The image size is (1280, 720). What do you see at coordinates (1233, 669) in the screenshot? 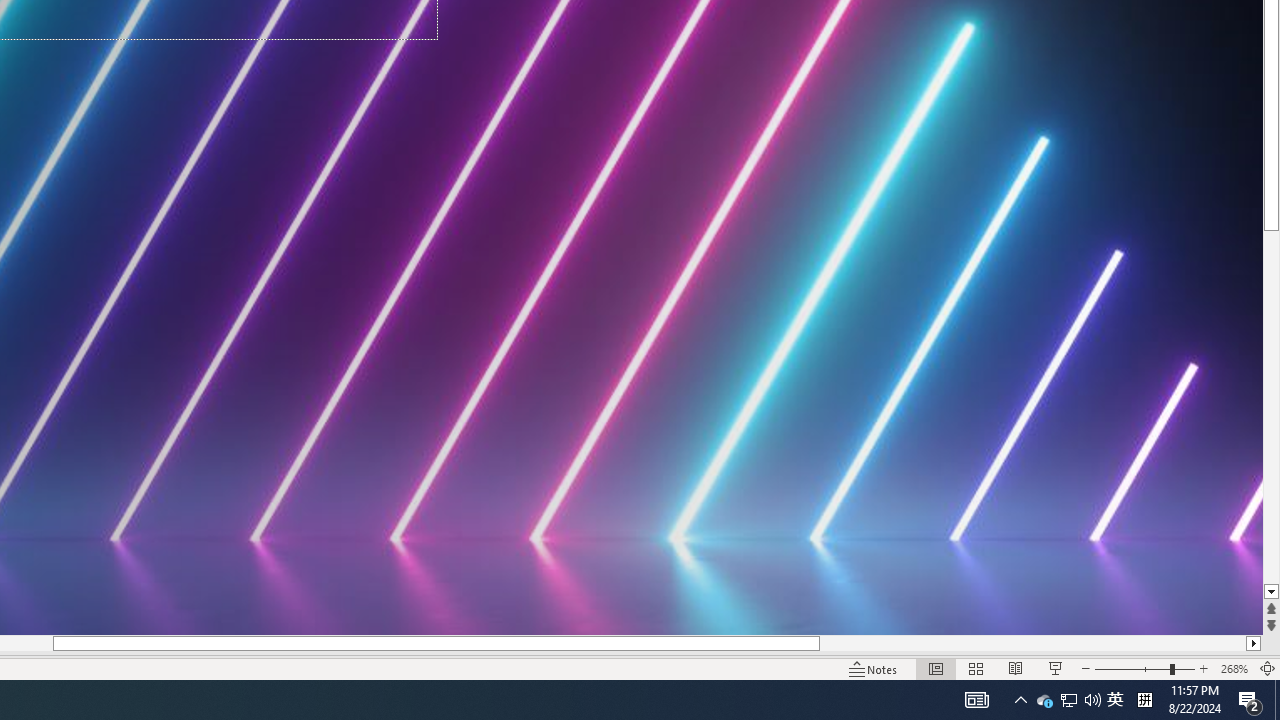
I see `'Zoom 268%'` at bounding box center [1233, 669].